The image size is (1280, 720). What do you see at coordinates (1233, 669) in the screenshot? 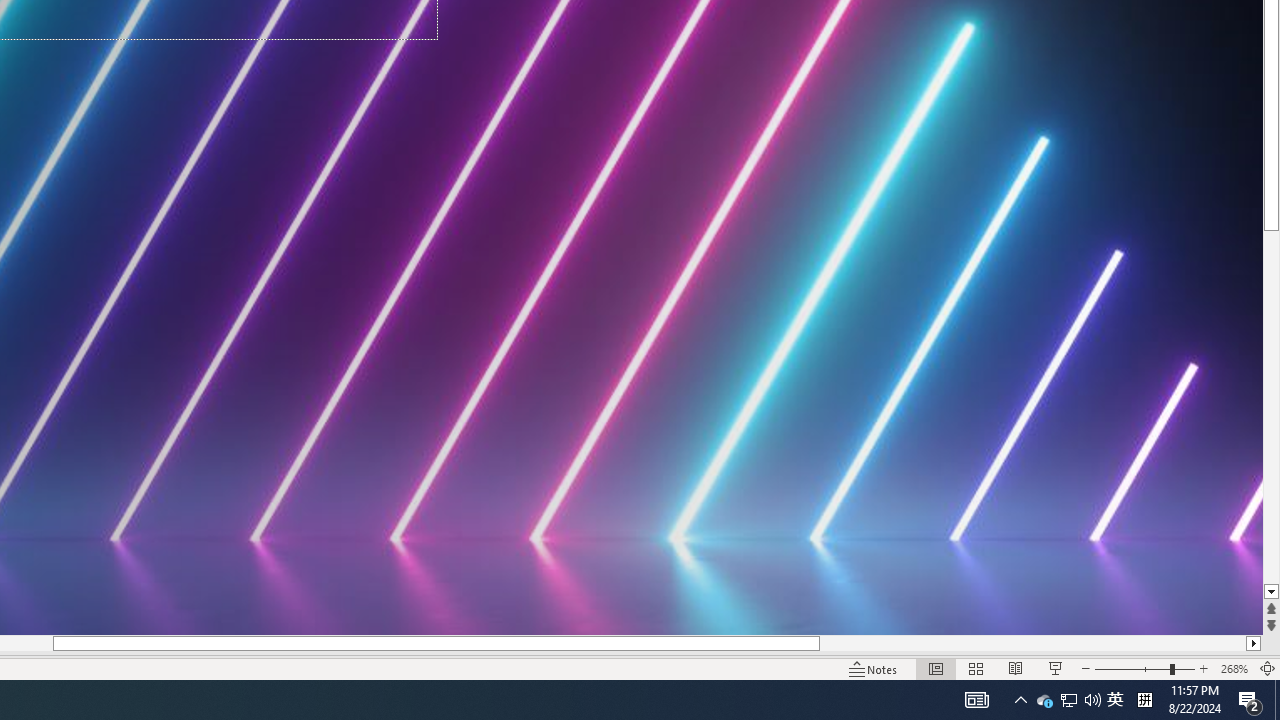
I see `'Zoom 268%'` at bounding box center [1233, 669].